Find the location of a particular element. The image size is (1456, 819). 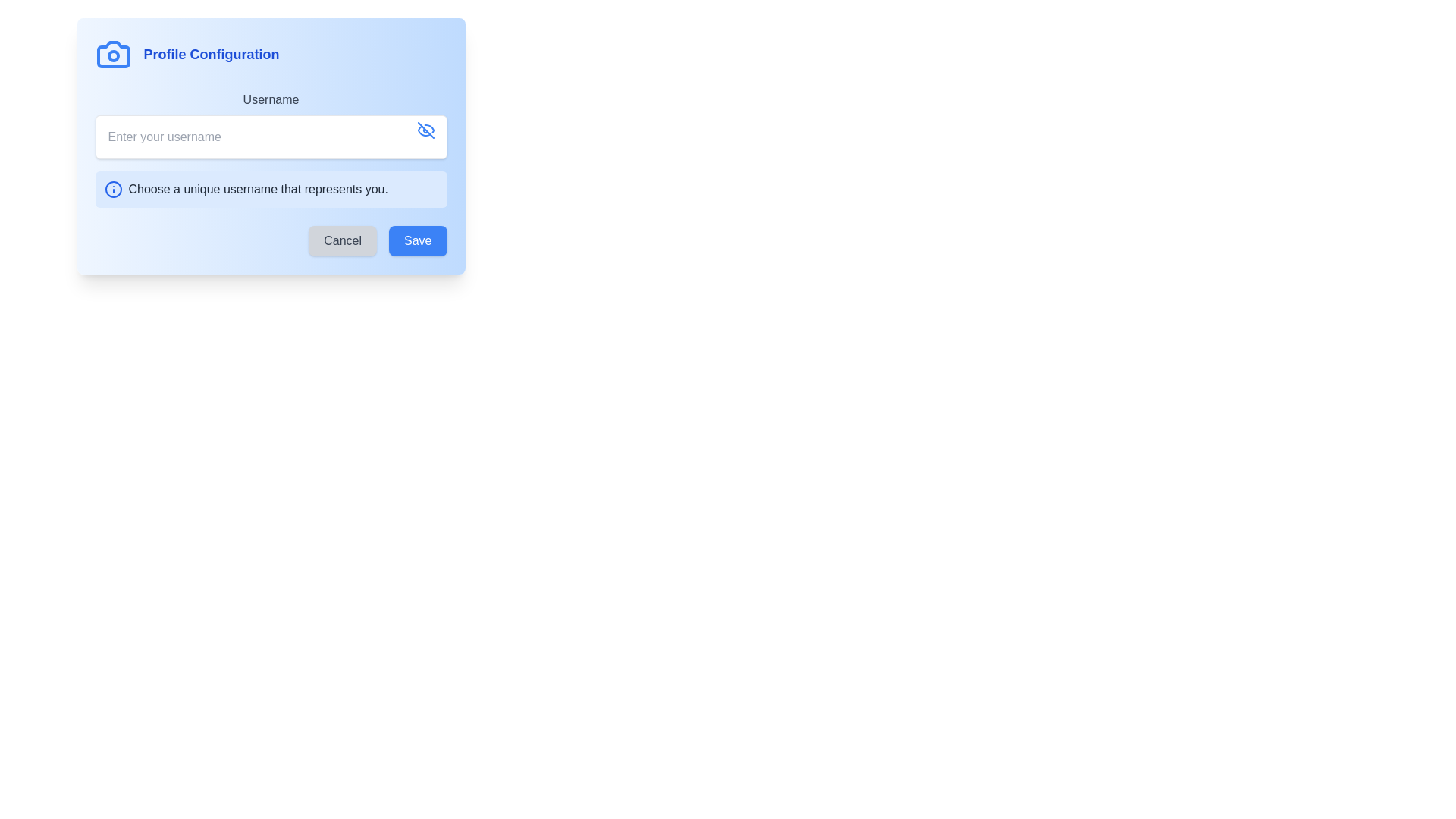

the 'Cancel' button located near the bottom-right corner of the modal is located at coordinates (341, 240).